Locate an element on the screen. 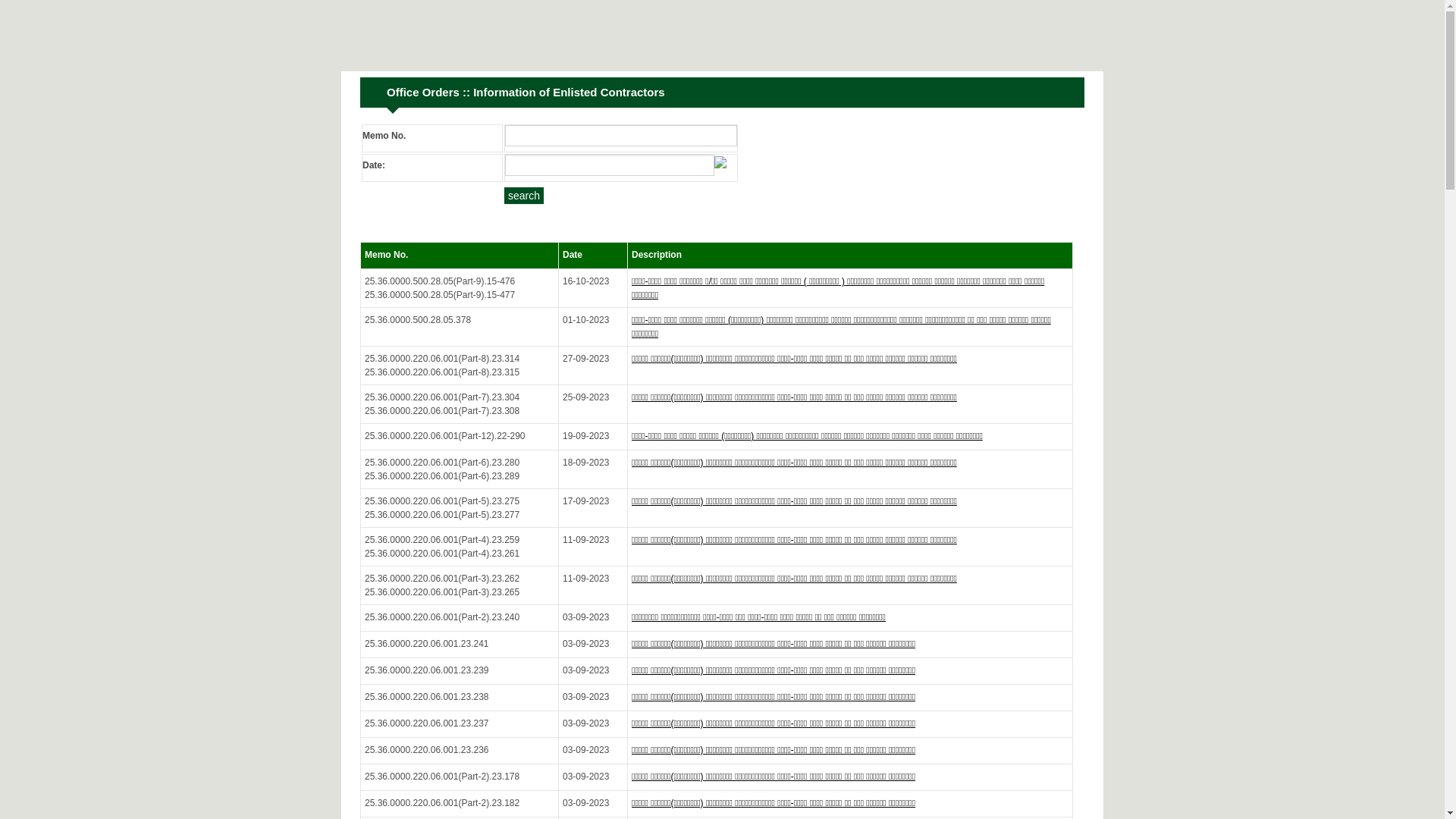 The width and height of the screenshot is (1456, 819). 'search' is located at coordinates (524, 195).